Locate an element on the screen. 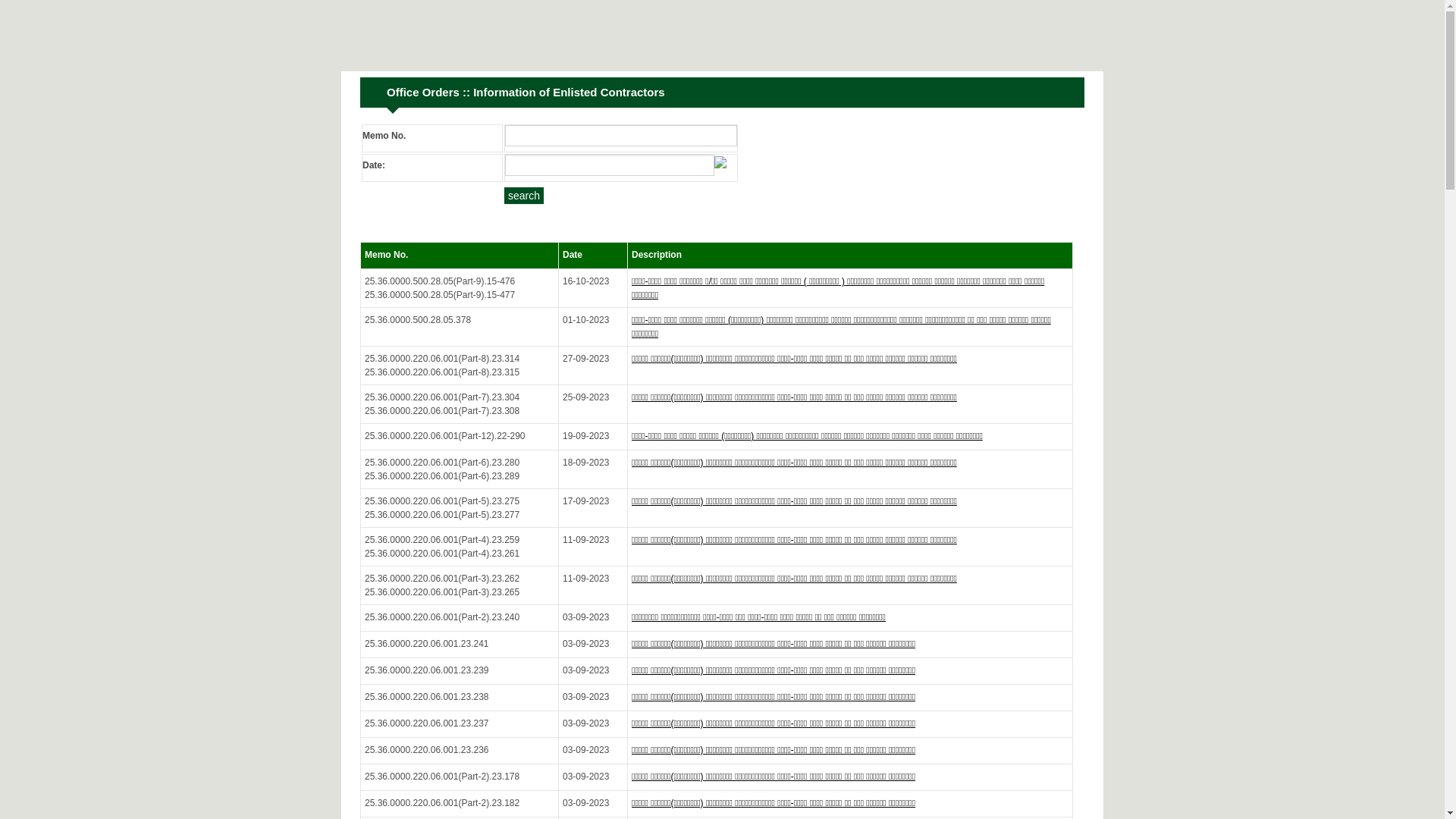 The width and height of the screenshot is (1456, 819). 'search' is located at coordinates (524, 195).